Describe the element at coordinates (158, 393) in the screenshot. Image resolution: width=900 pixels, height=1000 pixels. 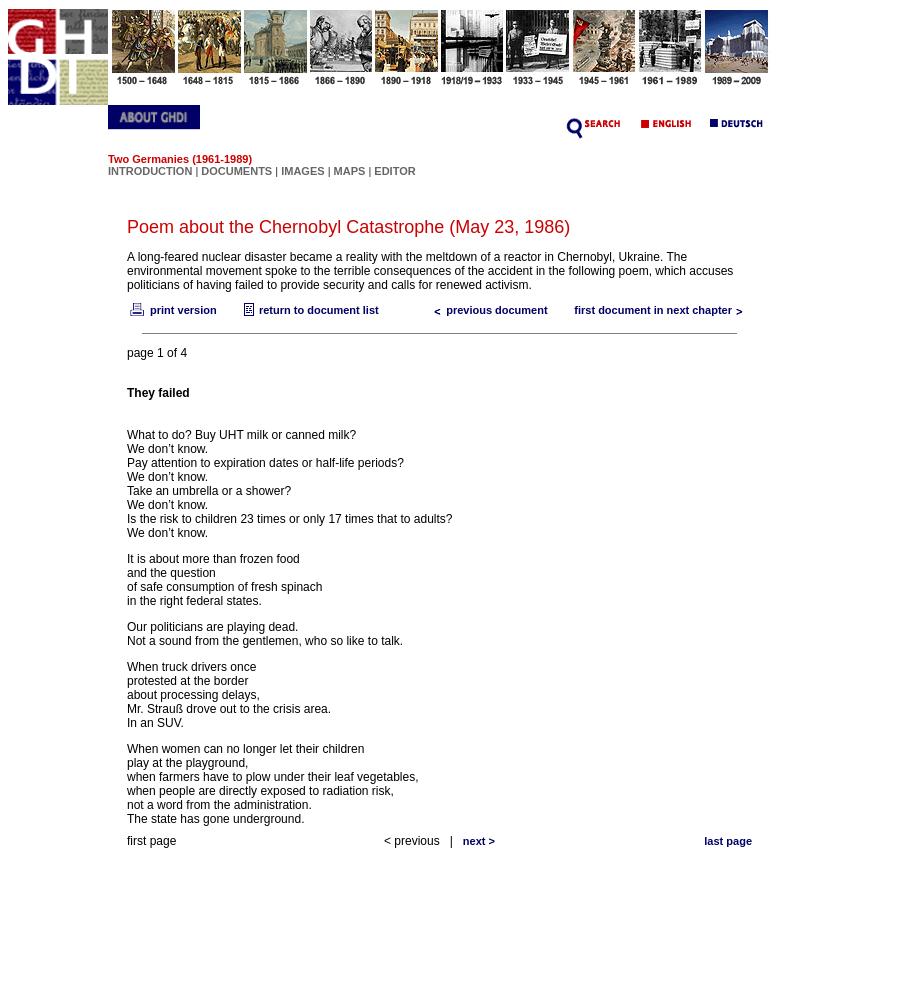
I see `'They failed'` at that location.